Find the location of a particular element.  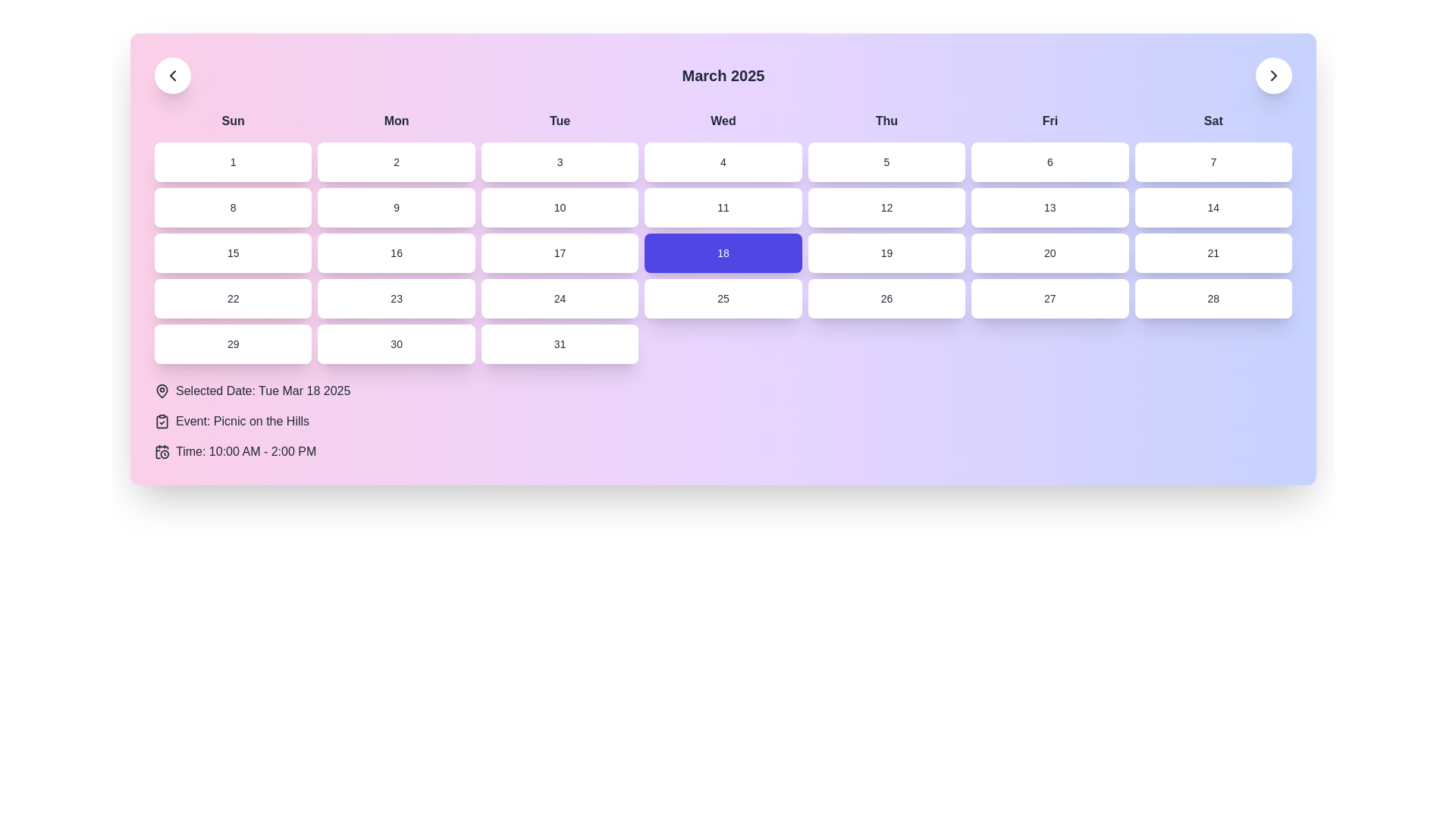

the bottom part of the map pin symbol, which represents a point of interest or location marker is located at coordinates (162, 390).